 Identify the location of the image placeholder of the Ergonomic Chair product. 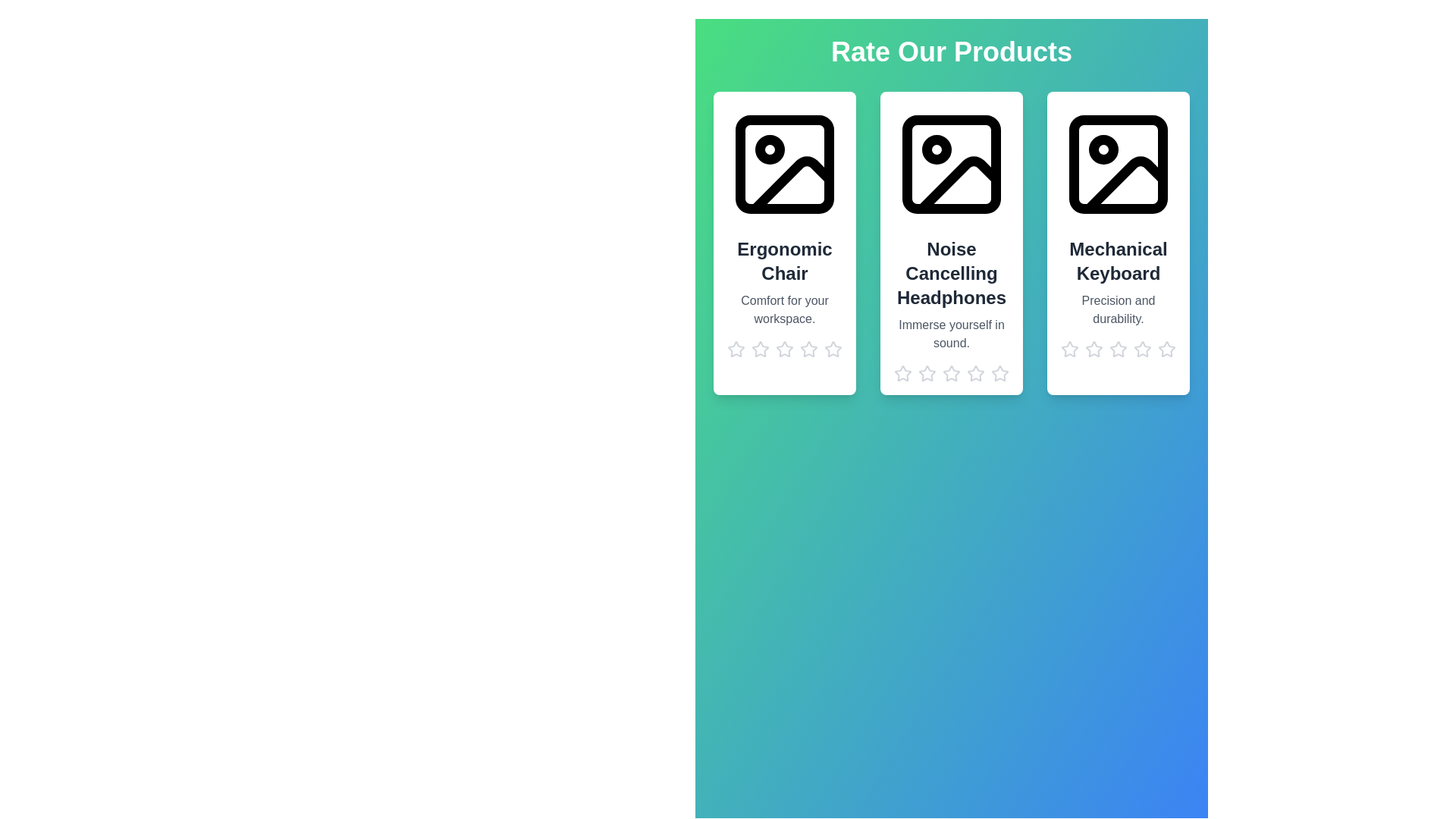
(785, 164).